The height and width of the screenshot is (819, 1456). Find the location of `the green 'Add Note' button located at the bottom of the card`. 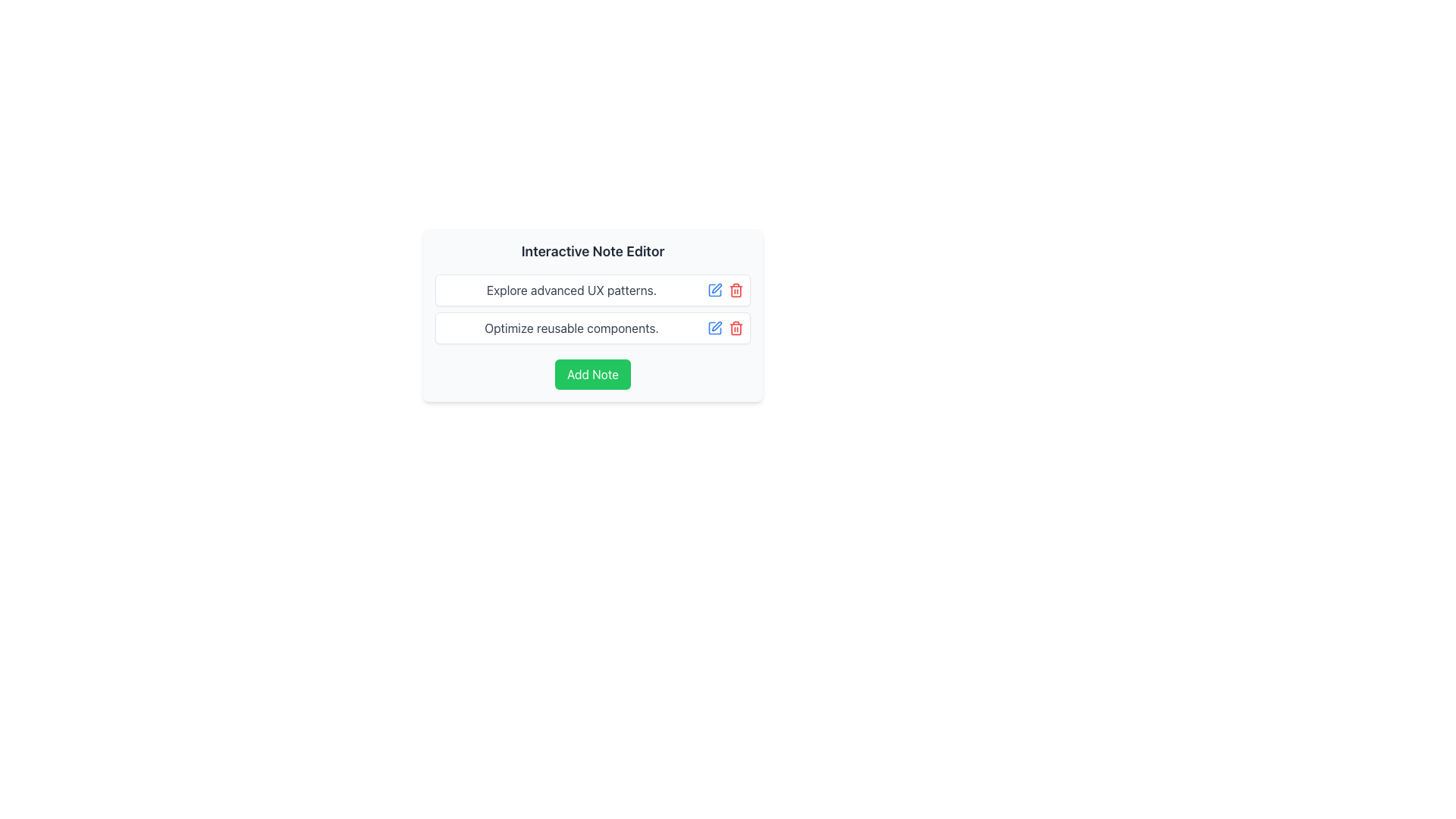

the green 'Add Note' button located at the bottom of the card is located at coordinates (592, 374).